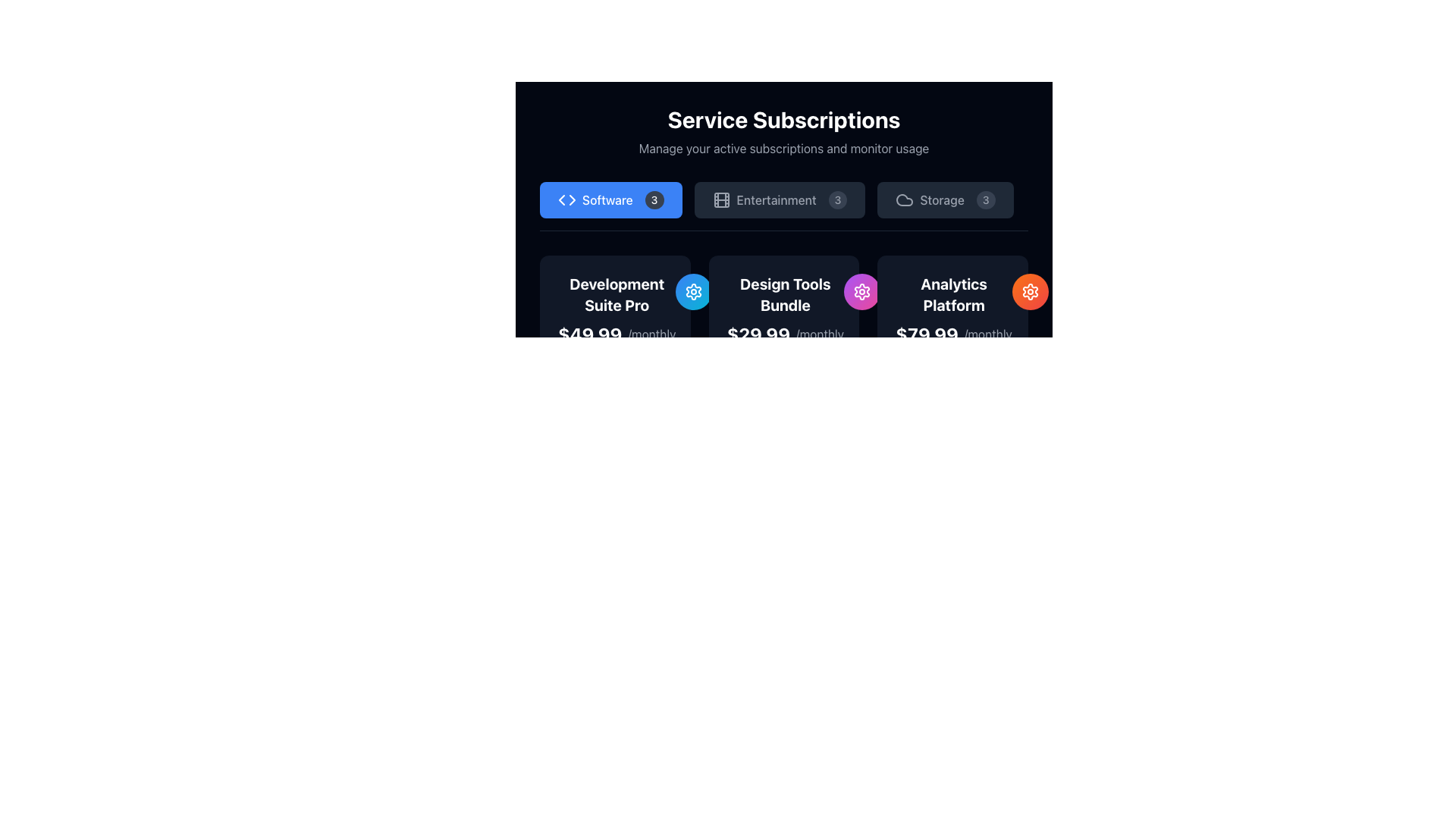 The height and width of the screenshot is (819, 1456). What do you see at coordinates (785, 333) in the screenshot?
I see `the pricing label at the bottom of the 'Design Tools Bundle' card, which features a bold white price and a smaller gray descriptor '/monthly'` at bounding box center [785, 333].